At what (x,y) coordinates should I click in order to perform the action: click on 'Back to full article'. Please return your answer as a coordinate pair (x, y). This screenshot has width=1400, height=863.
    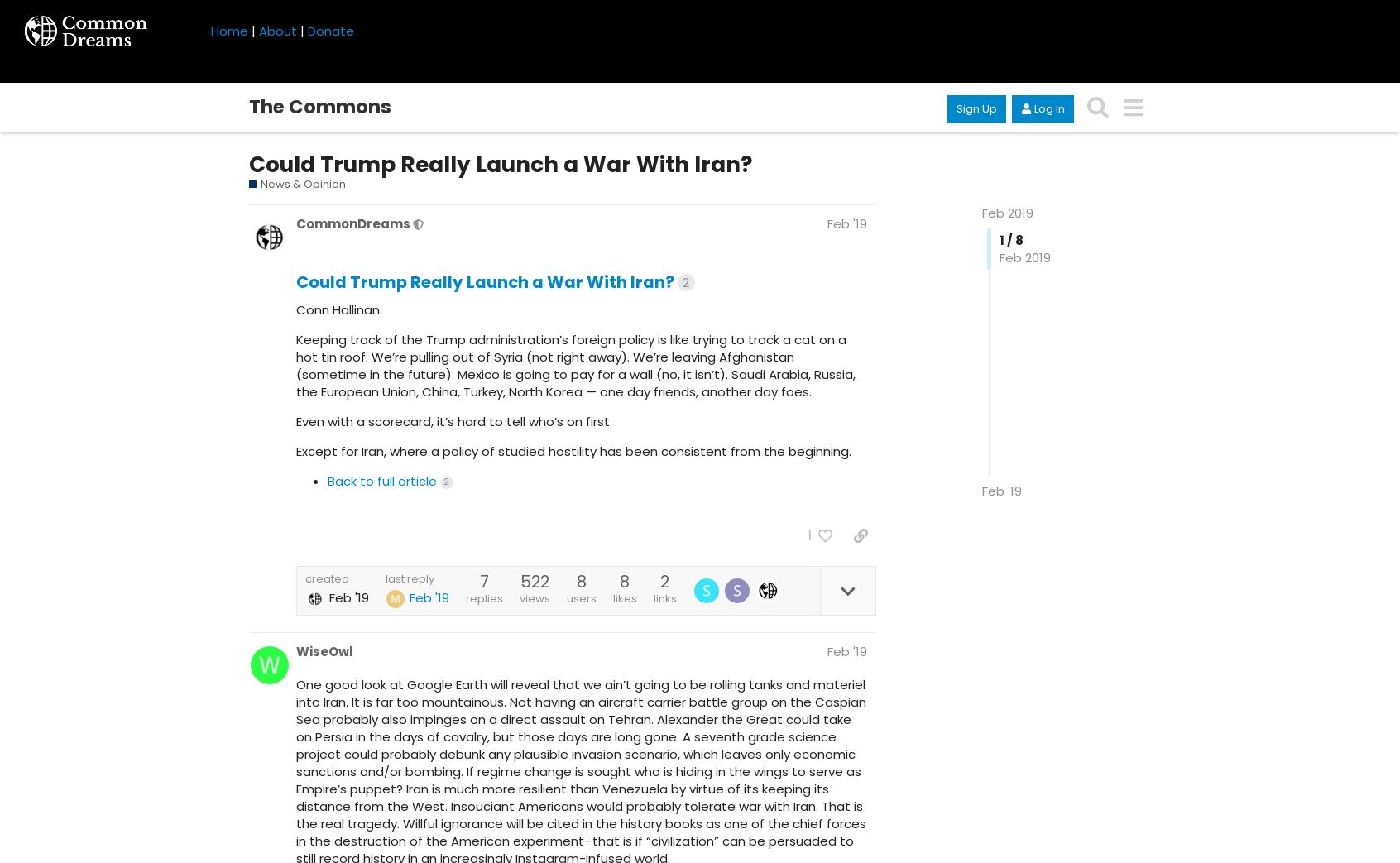
    Looking at the image, I should click on (381, 480).